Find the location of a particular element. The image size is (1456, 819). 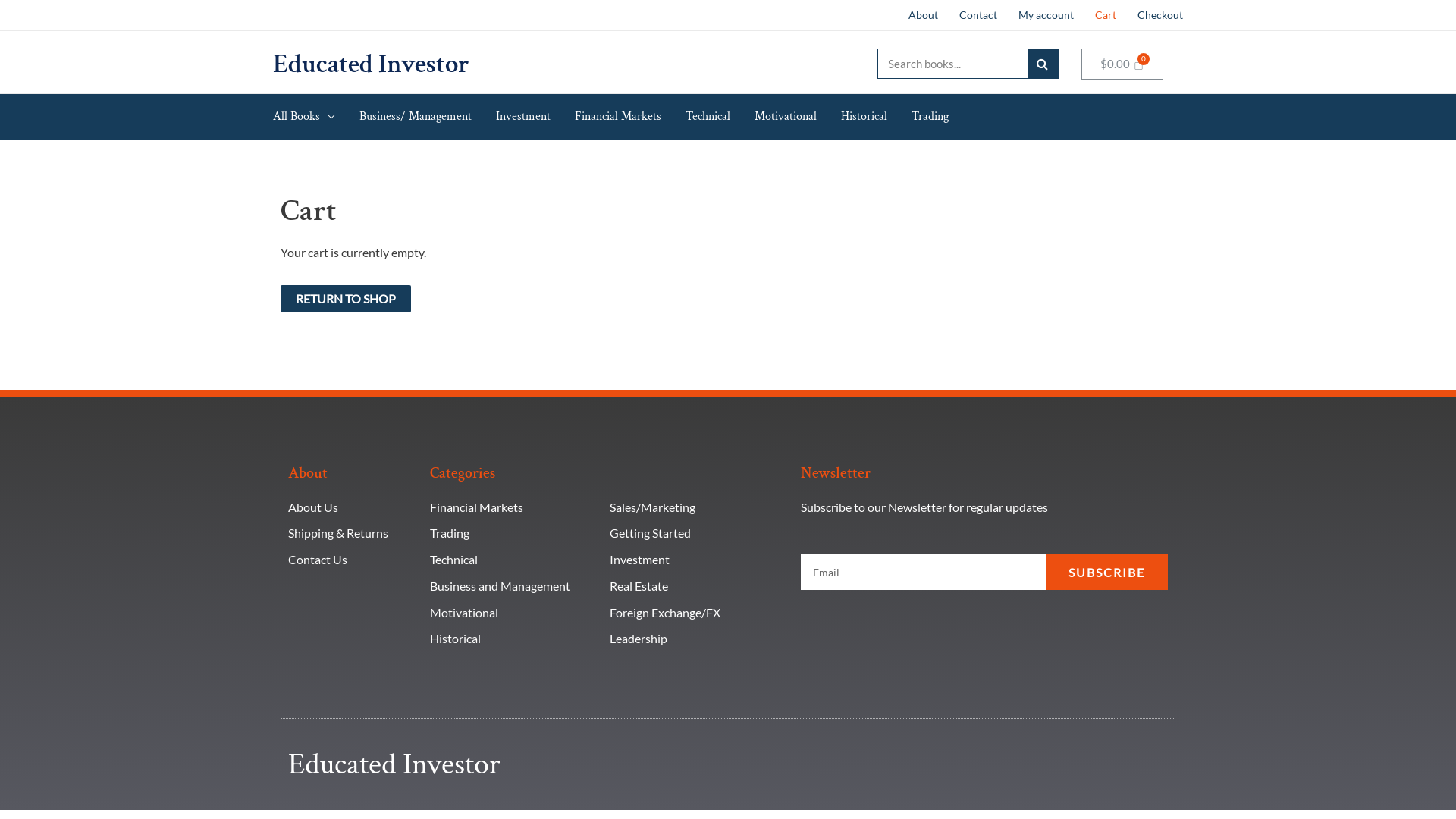

'Leadership' is located at coordinates (610, 638).